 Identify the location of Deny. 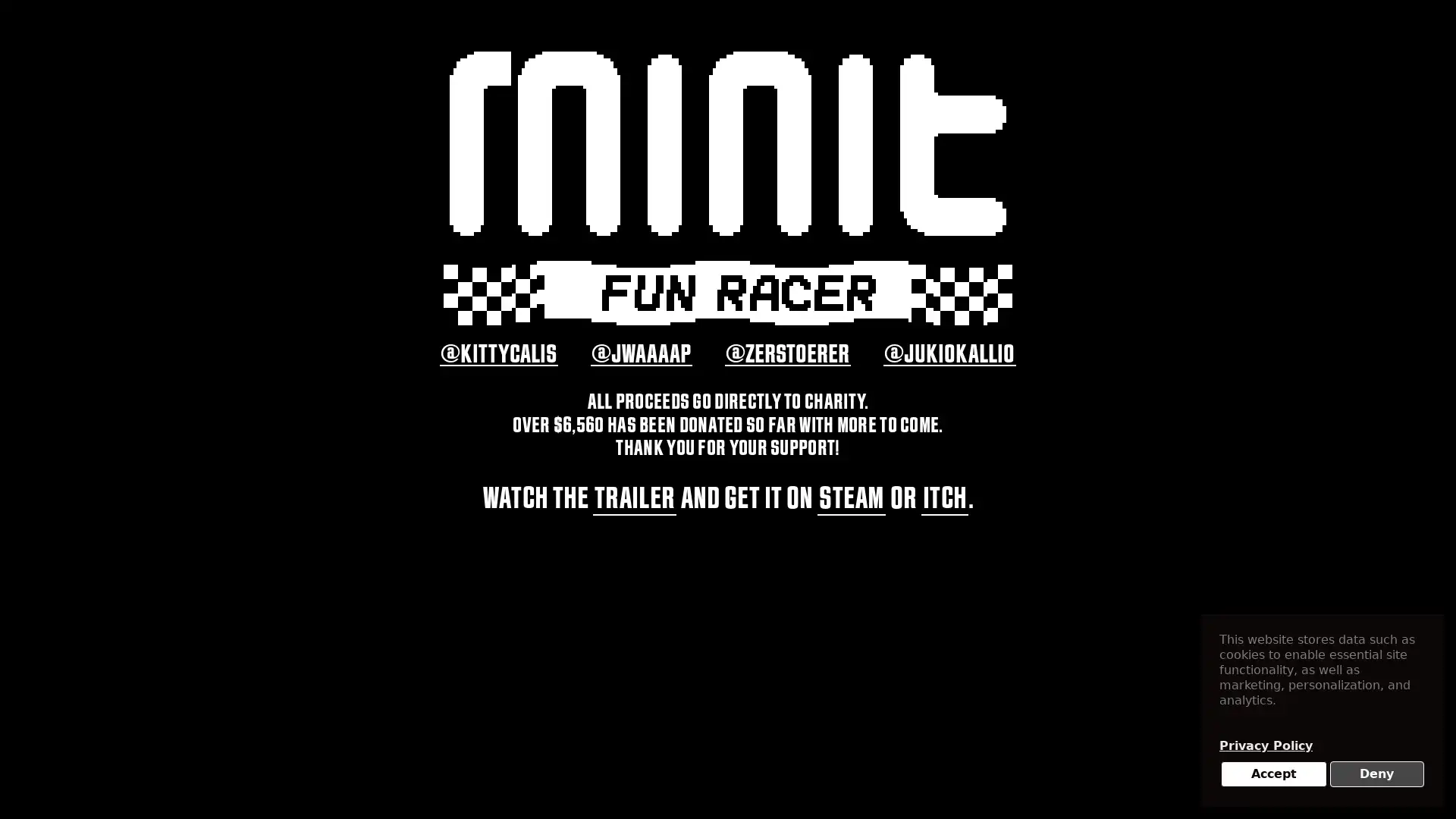
(1376, 774).